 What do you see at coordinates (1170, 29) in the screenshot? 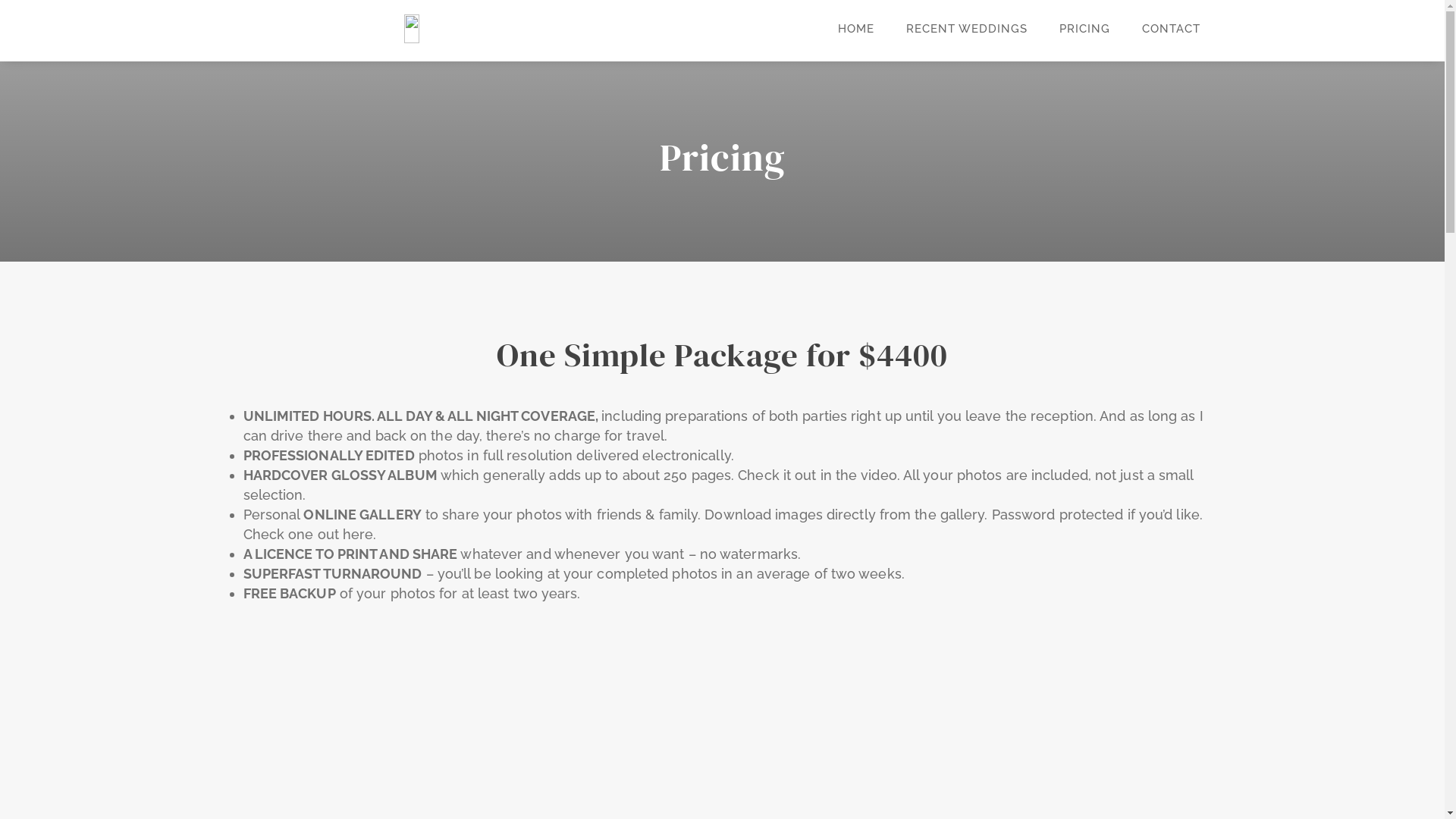
I see `'CONTACT'` at bounding box center [1170, 29].